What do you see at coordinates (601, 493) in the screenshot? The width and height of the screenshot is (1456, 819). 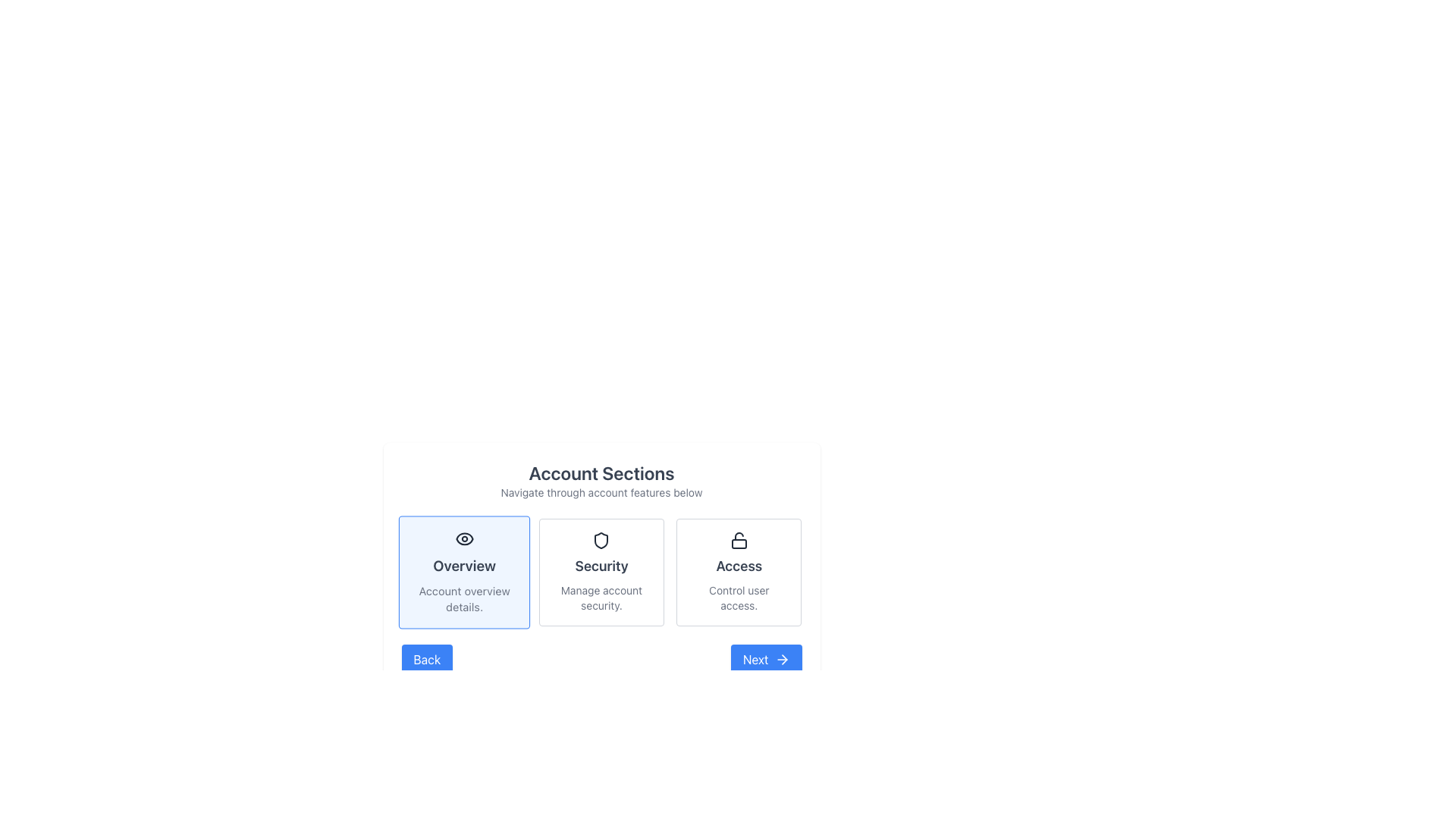 I see `the static text label that provides guidance about the section's purpose, positioned under 'Account Sections' and above the buttons 'Overview', 'Security', and 'Access'` at bounding box center [601, 493].